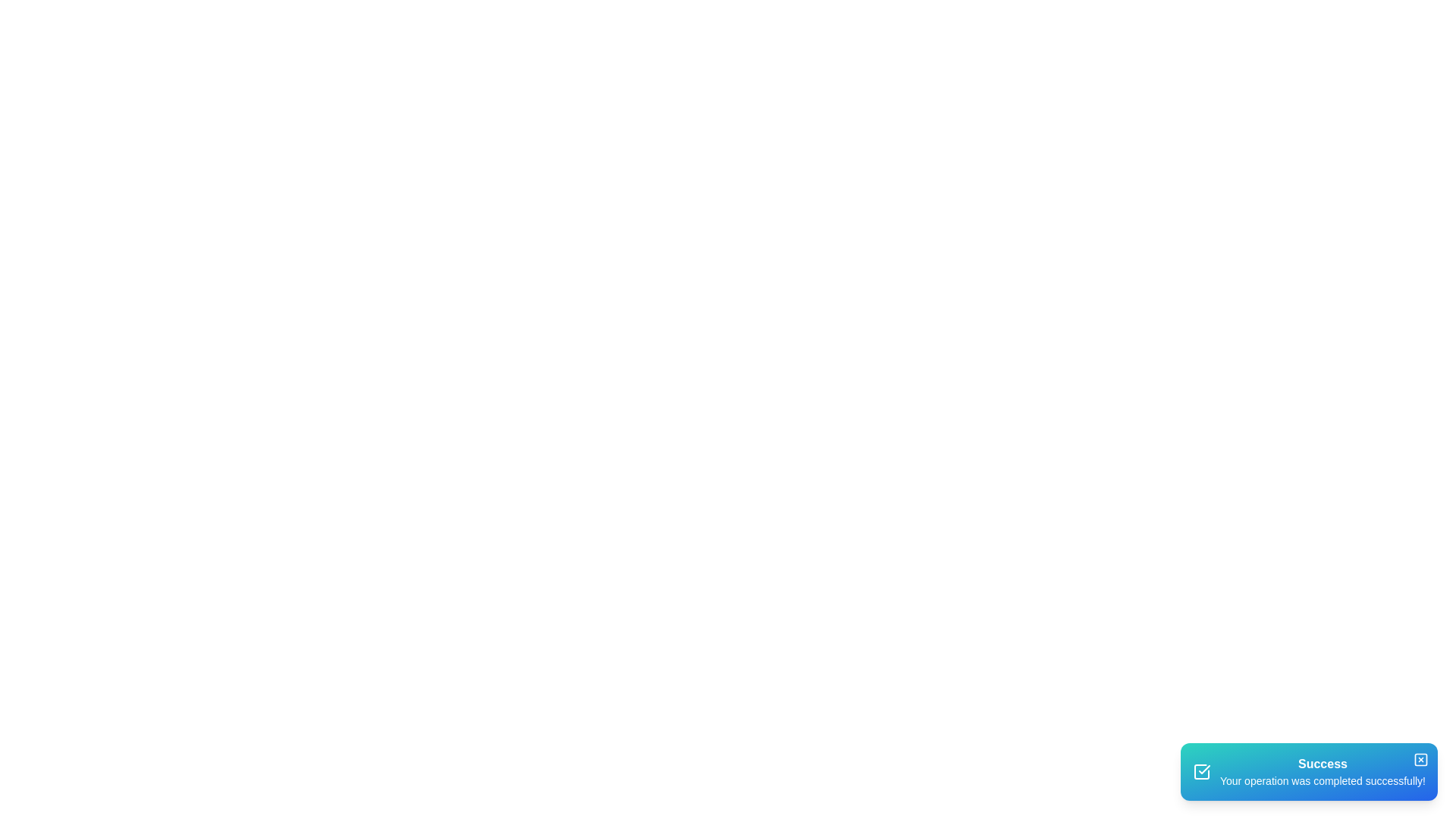 Image resolution: width=1456 pixels, height=819 pixels. What do you see at coordinates (1200, 772) in the screenshot?
I see `the success icon in the snackbar to interpret its meaning` at bounding box center [1200, 772].